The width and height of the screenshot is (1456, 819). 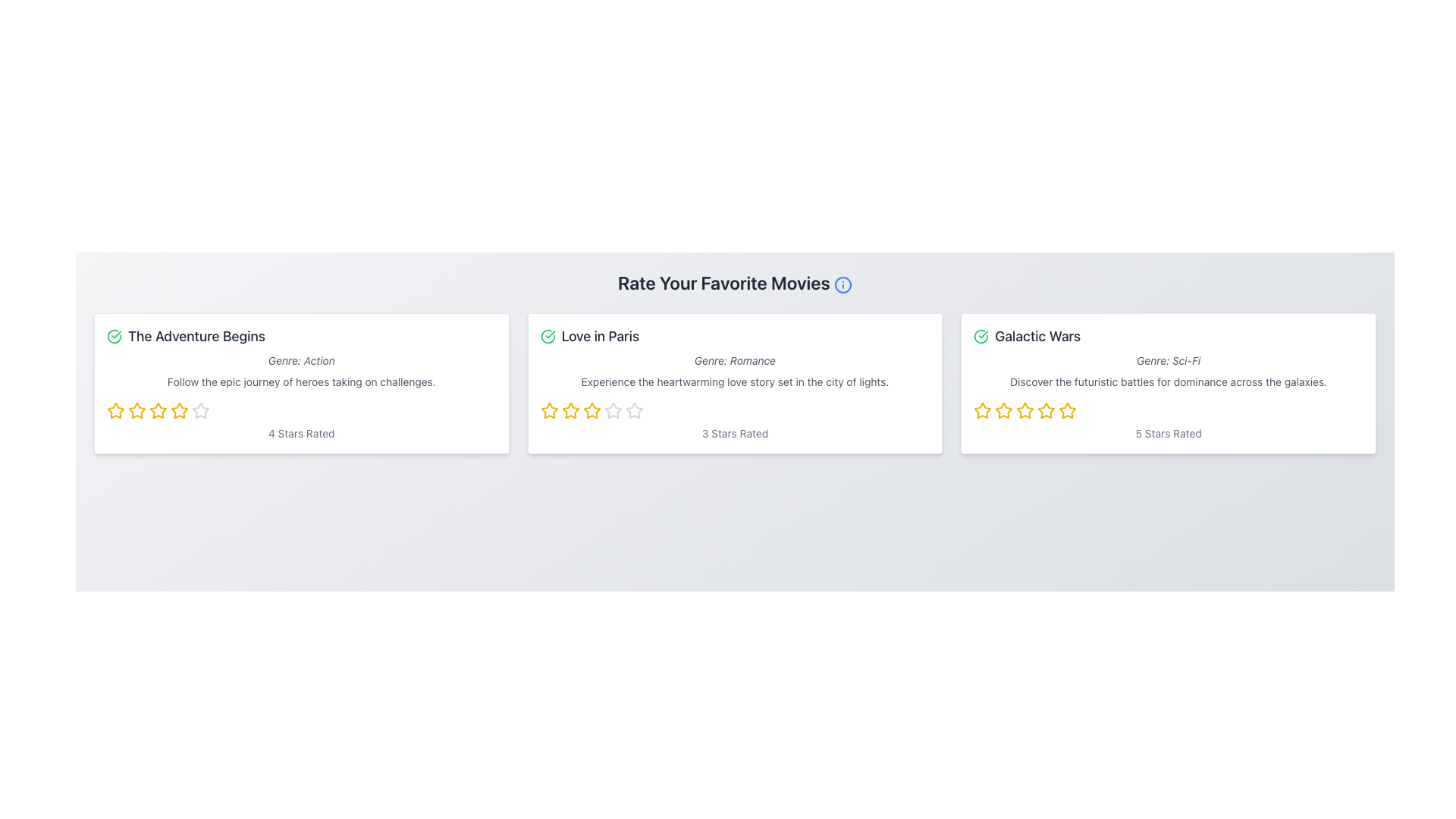 What do you see at coordinates (735, 433) in the screenshot?
I see `the text label indicating the star rating for the item titled 'Love in Paris'` at bounding box center [735, 433].